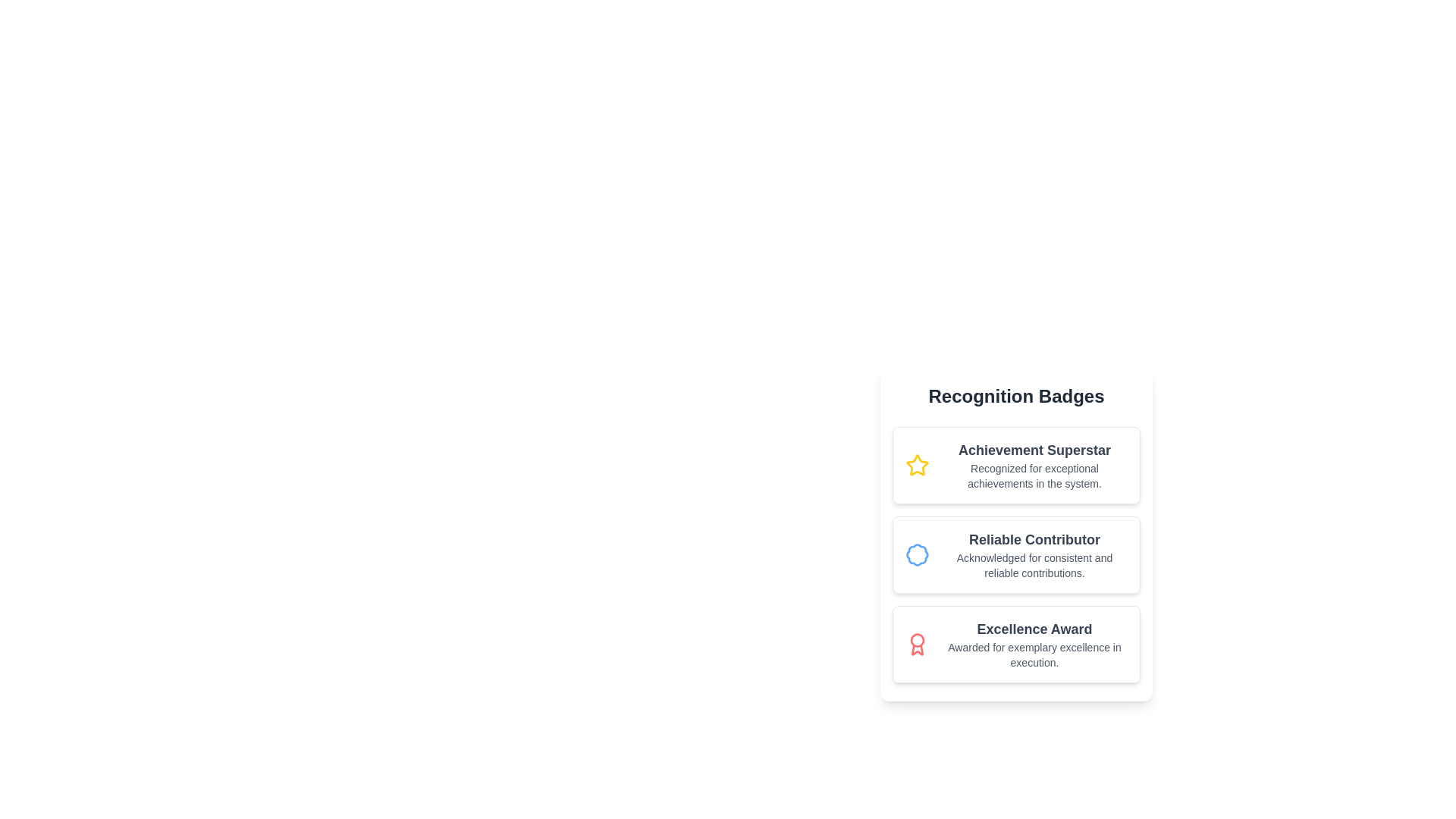 The height and width of the screenshot is (819, 1456). I want to click on the 'Reliable Contributor' badge icon, which is a circular shape with a light blue outline and a transparent center, located in the middle row of the 'Recognition Badges' listing, so click(916, 555).